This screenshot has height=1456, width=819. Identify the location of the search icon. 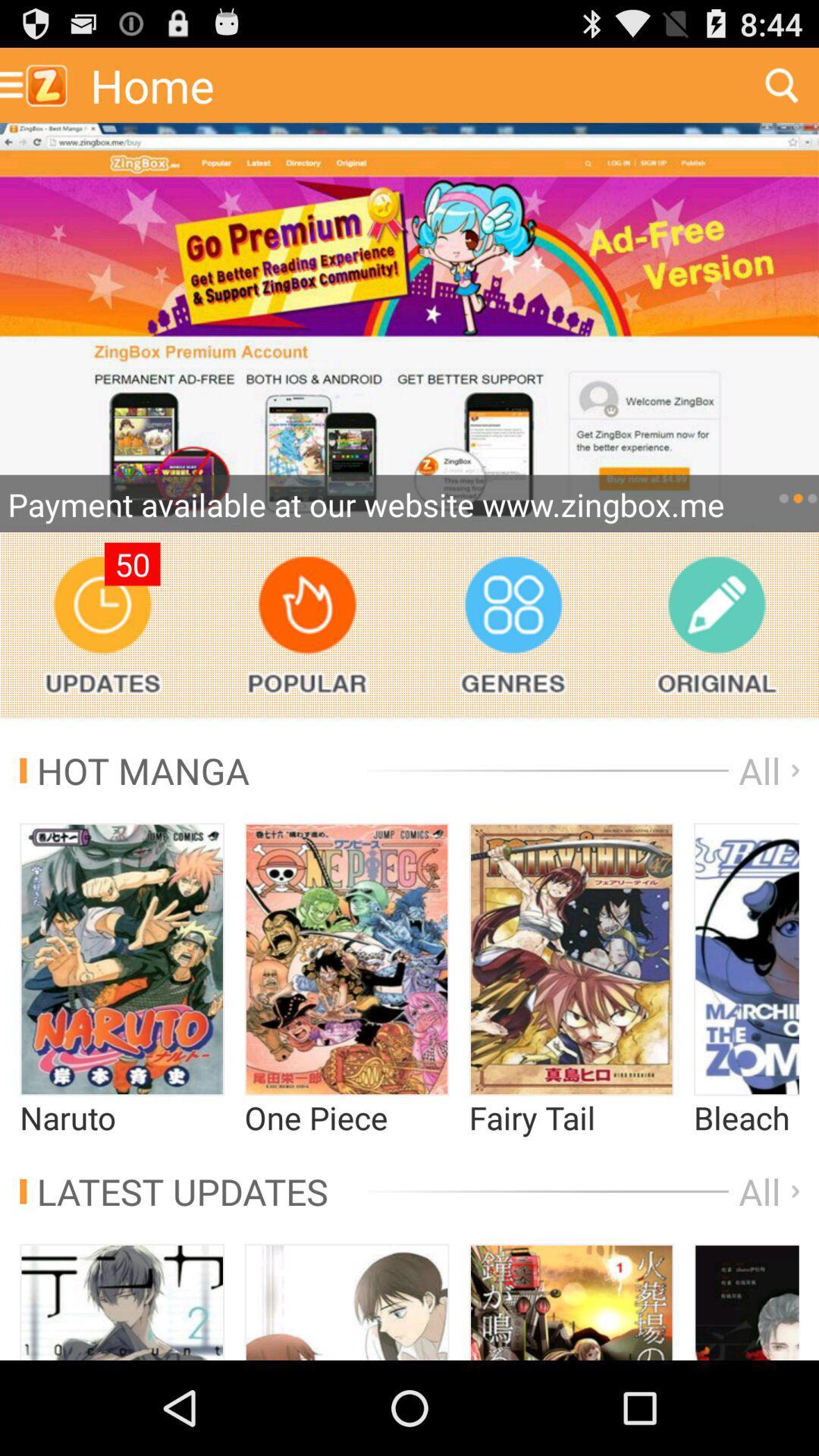
(781, 90).